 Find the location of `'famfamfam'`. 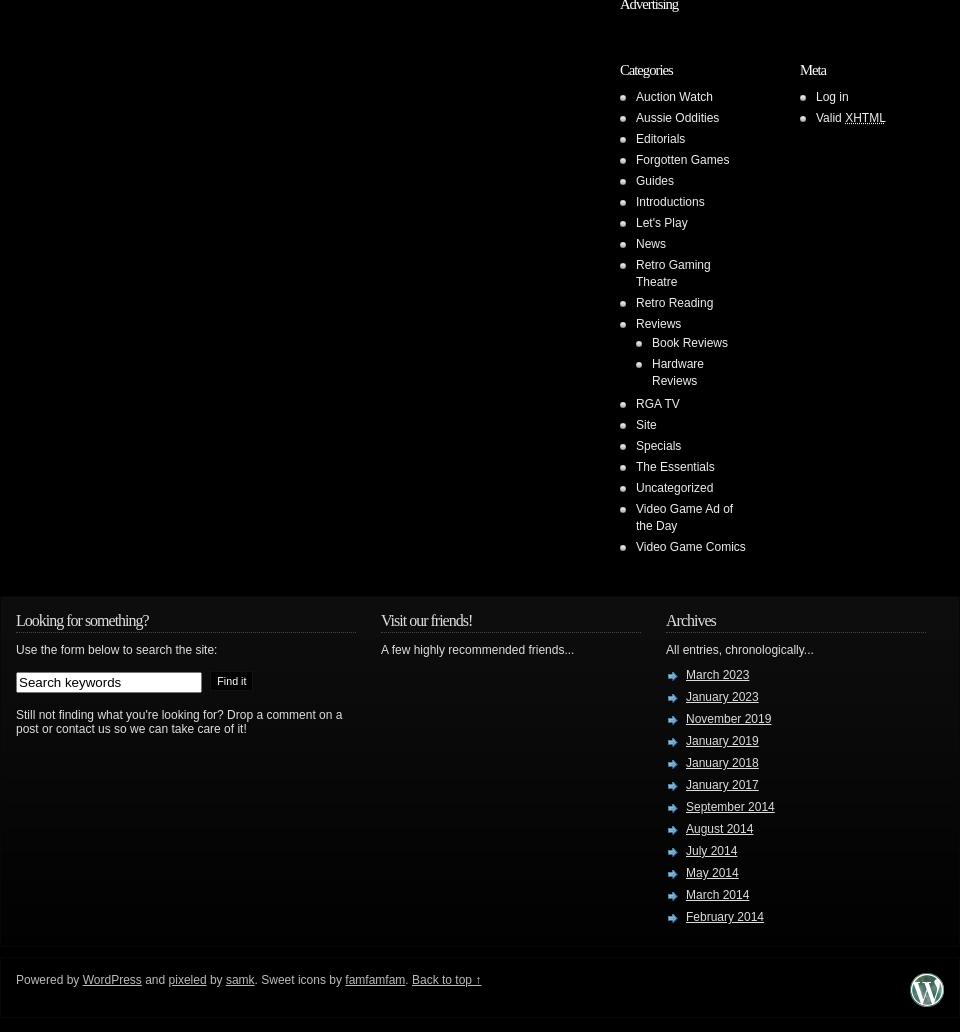

'famfamfam' is located at coordinates (373, 978).